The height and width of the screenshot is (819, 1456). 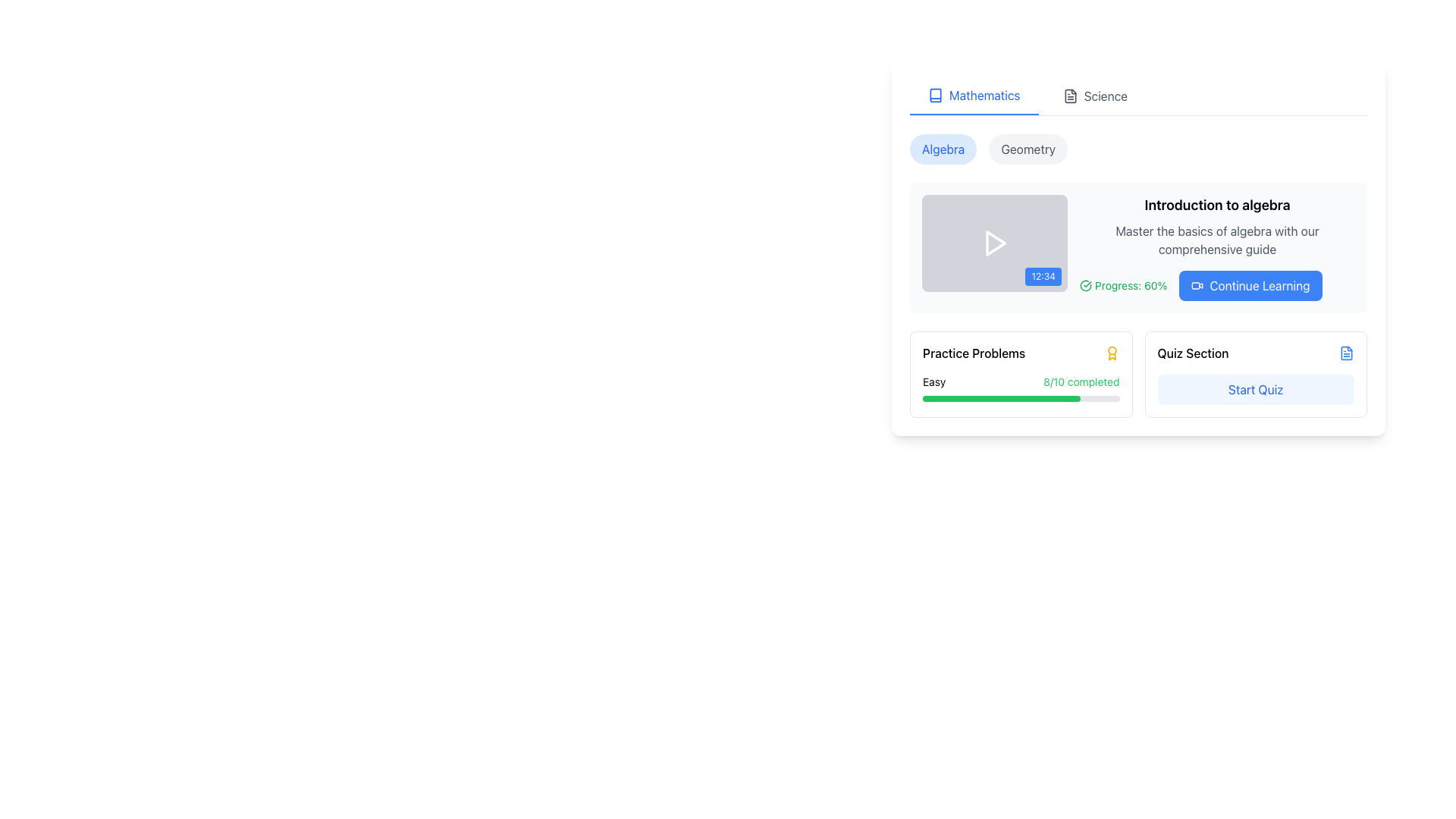 What do you see at coordinates (1043, 277) in the screenshot?
I see `the Text Label located in the bottom-right corner of the video card, which serves as a time duration or timestamp indicator` at bounding box center [1043, 277].